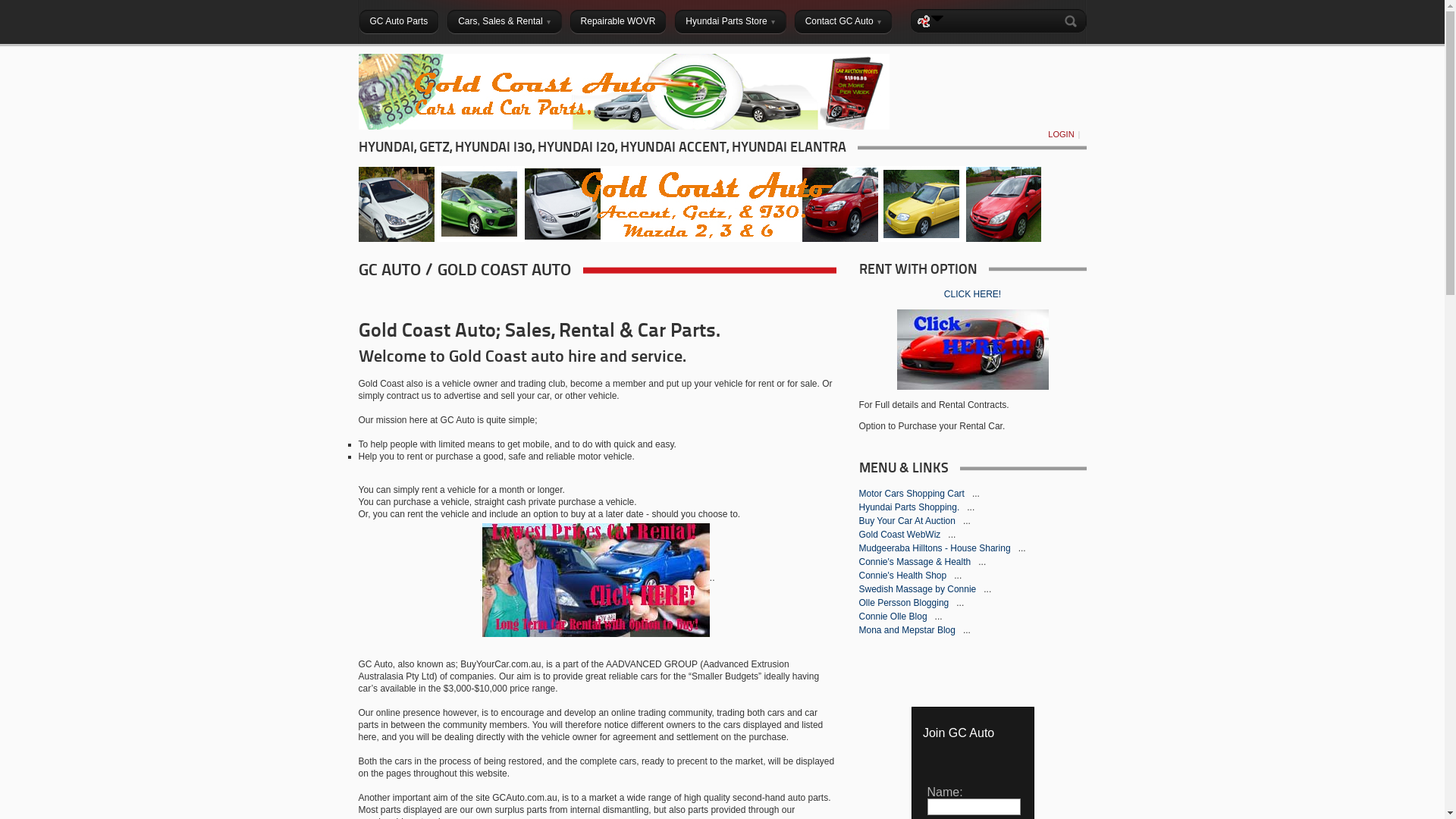 Image resolution: width=1456 pixels, height=819 pixels. I want to click on 'Select the search type', so click(937, 17).